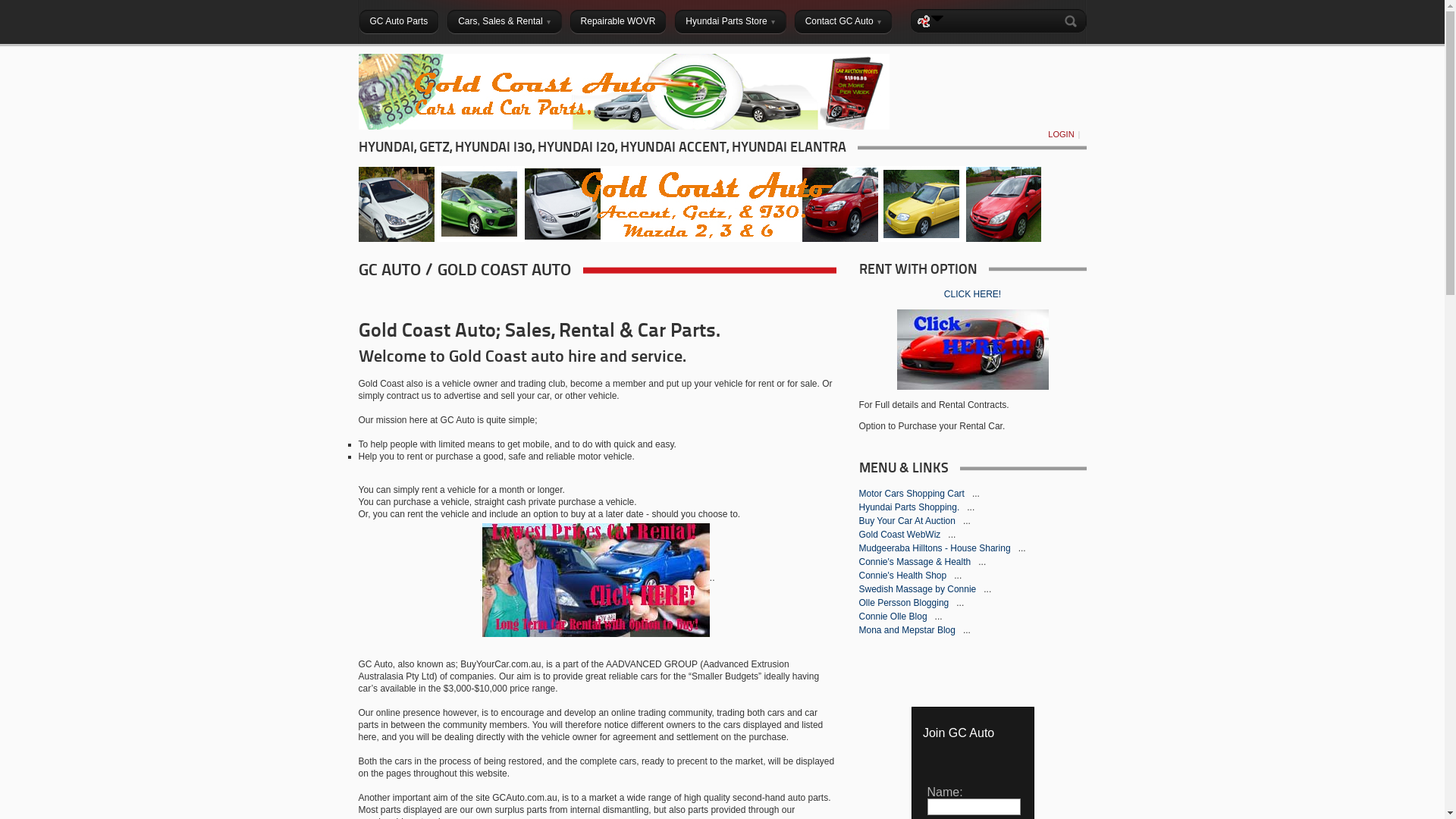 Image resolution: width=1456 pixels, height=819 pixels. I want to click on 'Select the search type', so click(937, 17).